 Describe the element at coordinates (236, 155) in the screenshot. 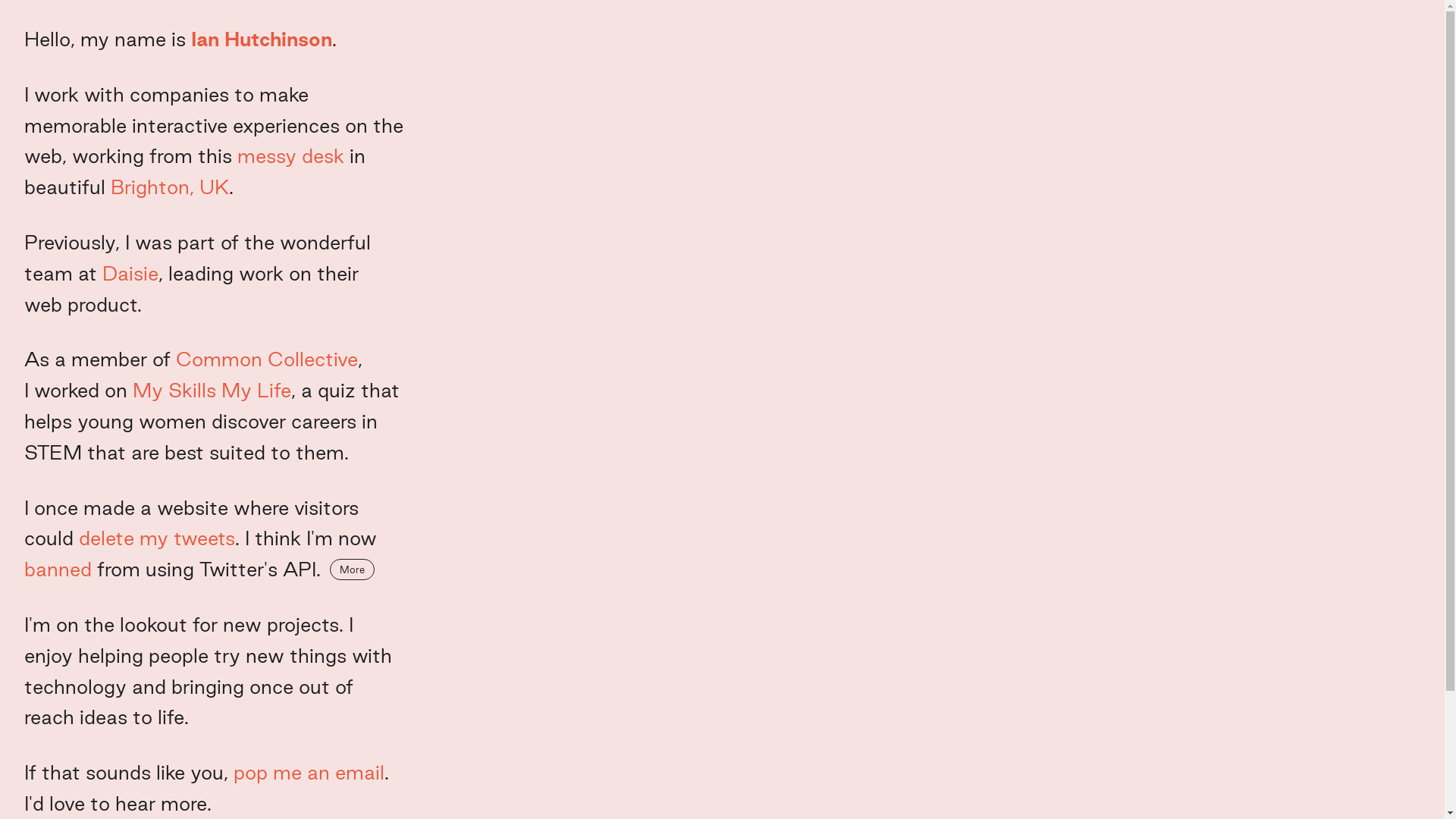

I see `'messy desk'` at that location.